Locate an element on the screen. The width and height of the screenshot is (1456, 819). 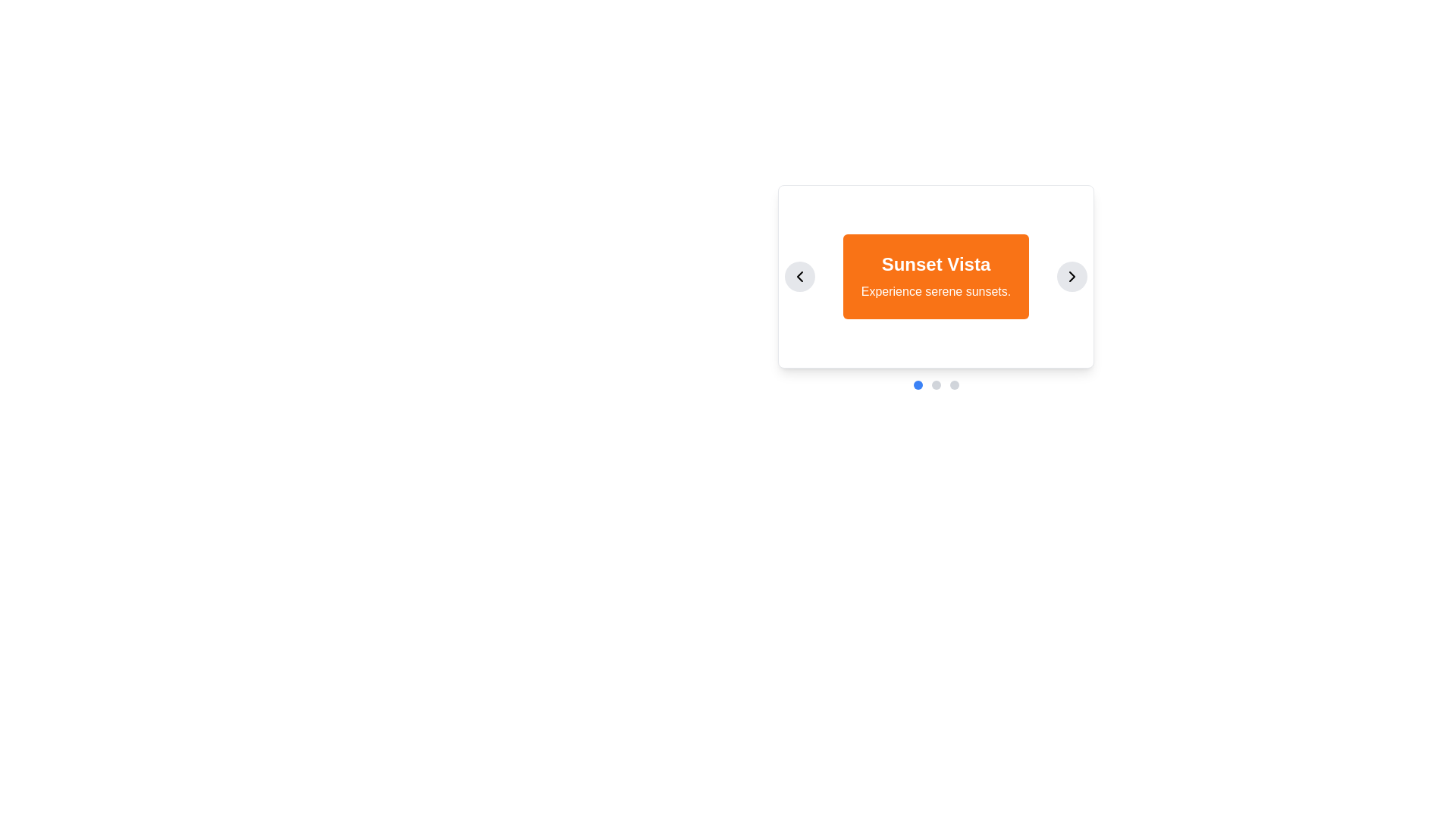
the blue circular dot navigation indicator, which is the first of three dots at the bottom center of the slide area is located at coordinates (917, 384).